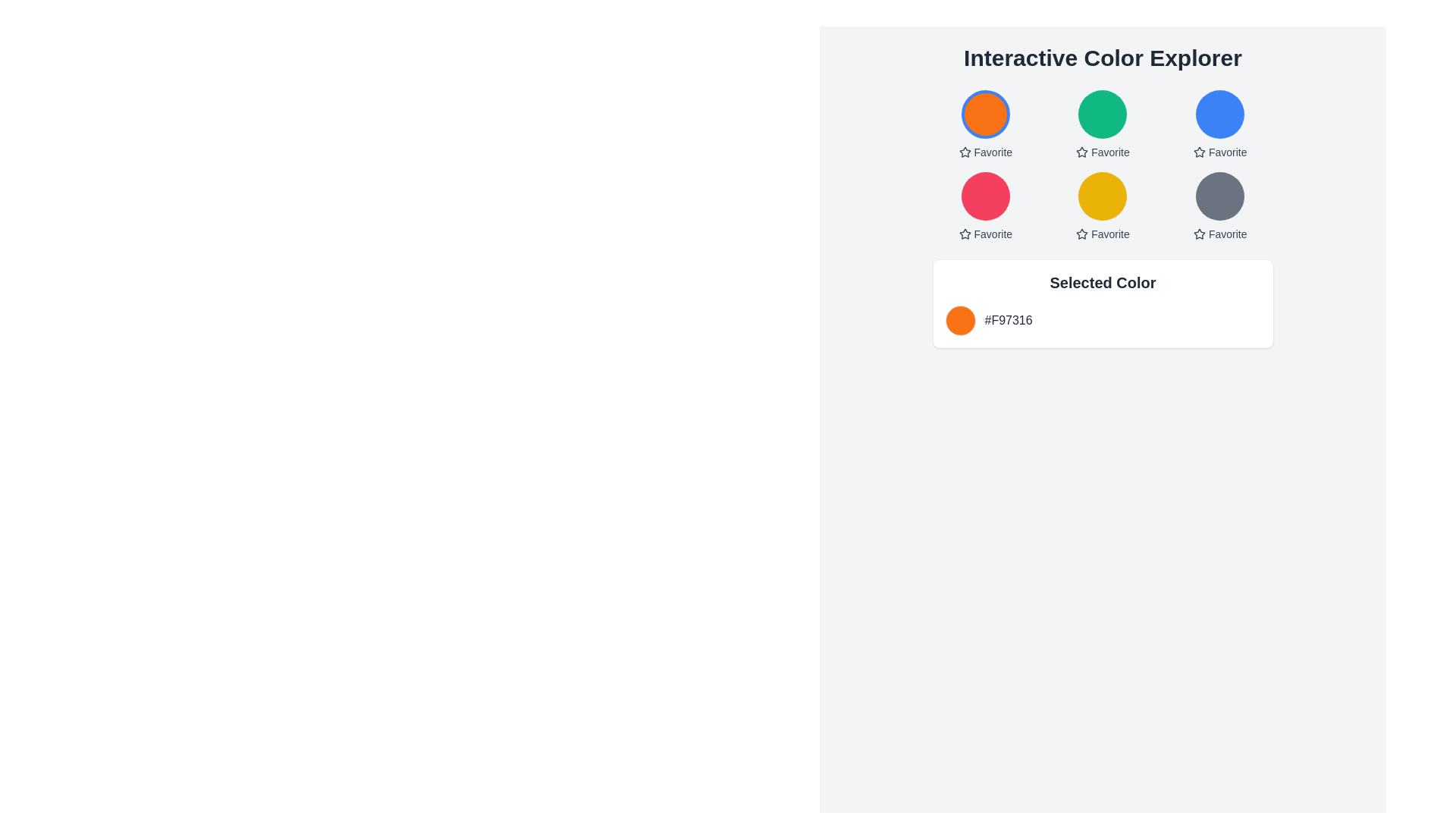 The image size is (1456, 819). Describe the element at coordinates (964, 234) in the screenshot. I see `the favorite indicator button (star) located in the second row, first column of the color selector grid` at that location.